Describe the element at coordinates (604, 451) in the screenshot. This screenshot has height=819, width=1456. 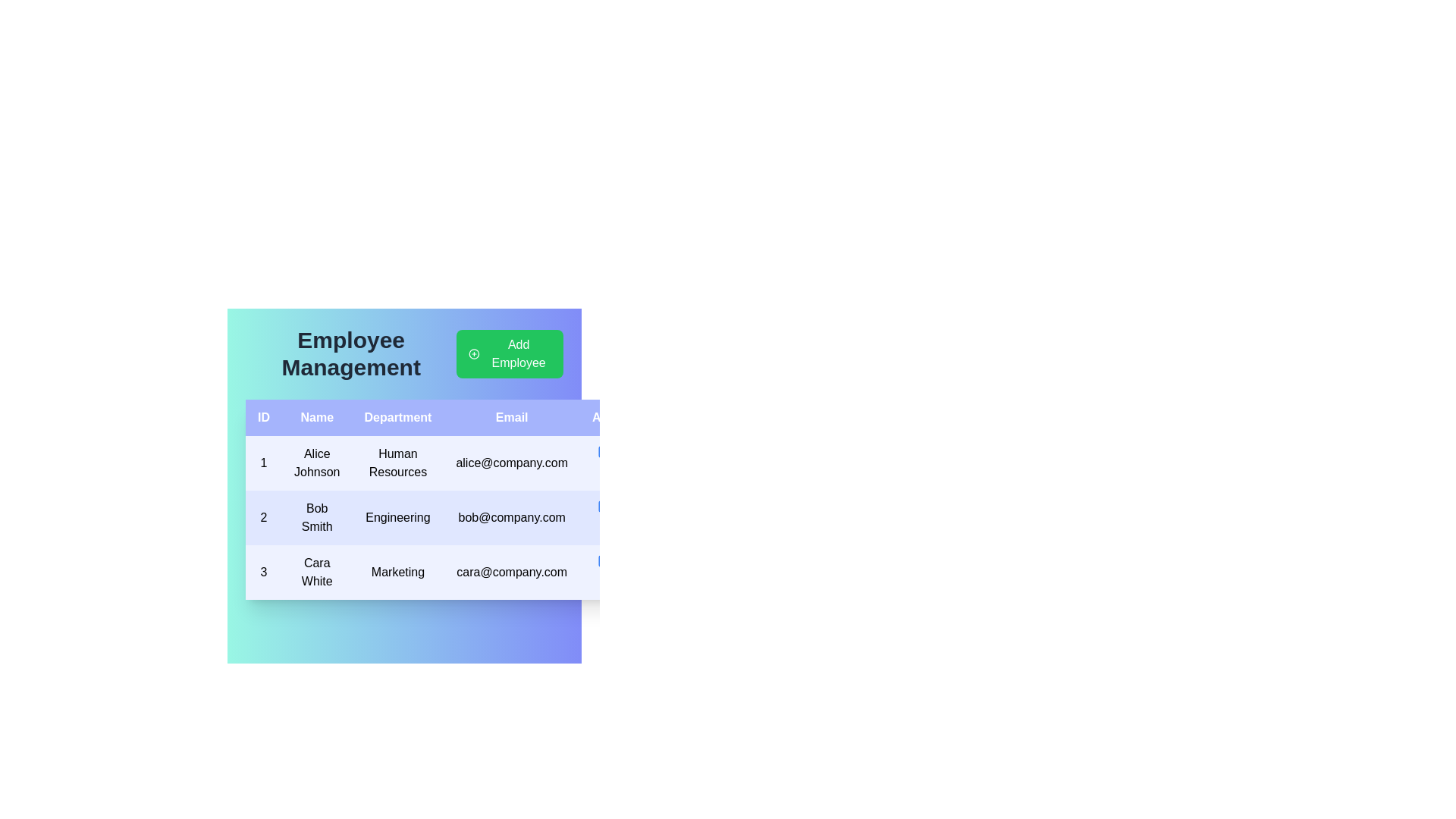
I see `the edit button in the action column of the first row of the data table to trigger a color change effect` at that location.